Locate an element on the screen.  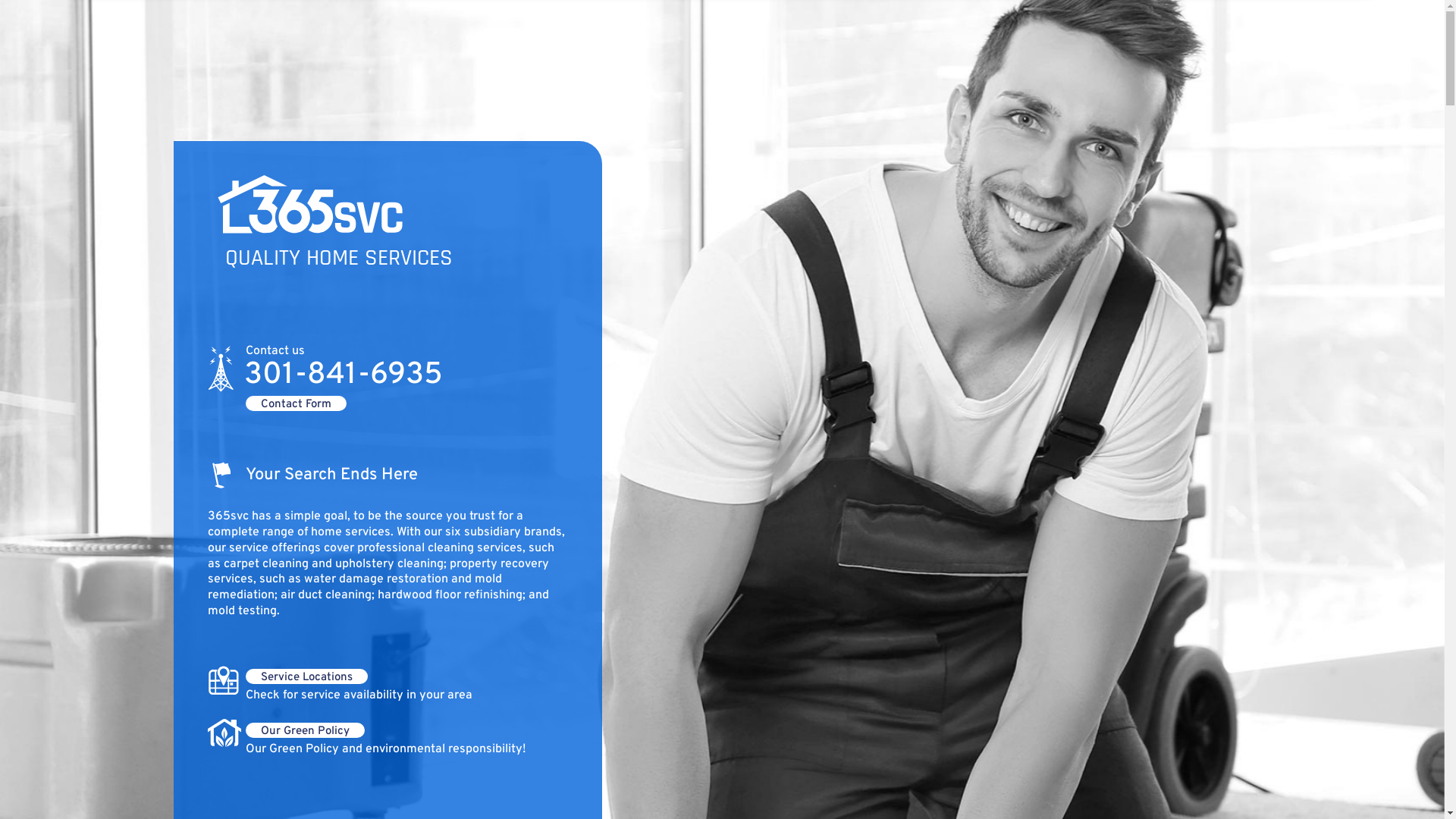
'301-841-6935' is located at coordinates (342, 375).